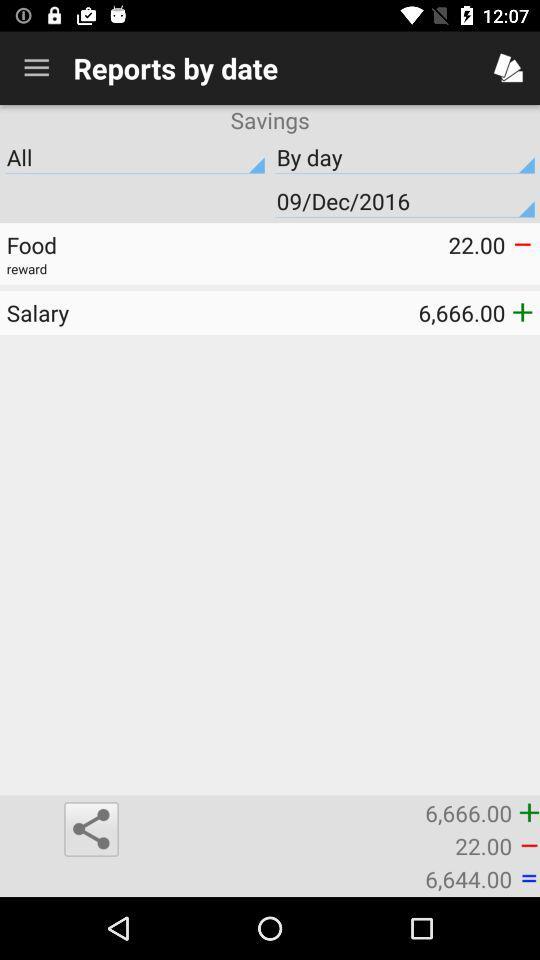 Image resolution: width=540 pixels, height=960 pixels. What do you see at coordinates (135, 156) in the screenshot?
I see `the item above 09/dec/2016` at bounding box center [135, 156].